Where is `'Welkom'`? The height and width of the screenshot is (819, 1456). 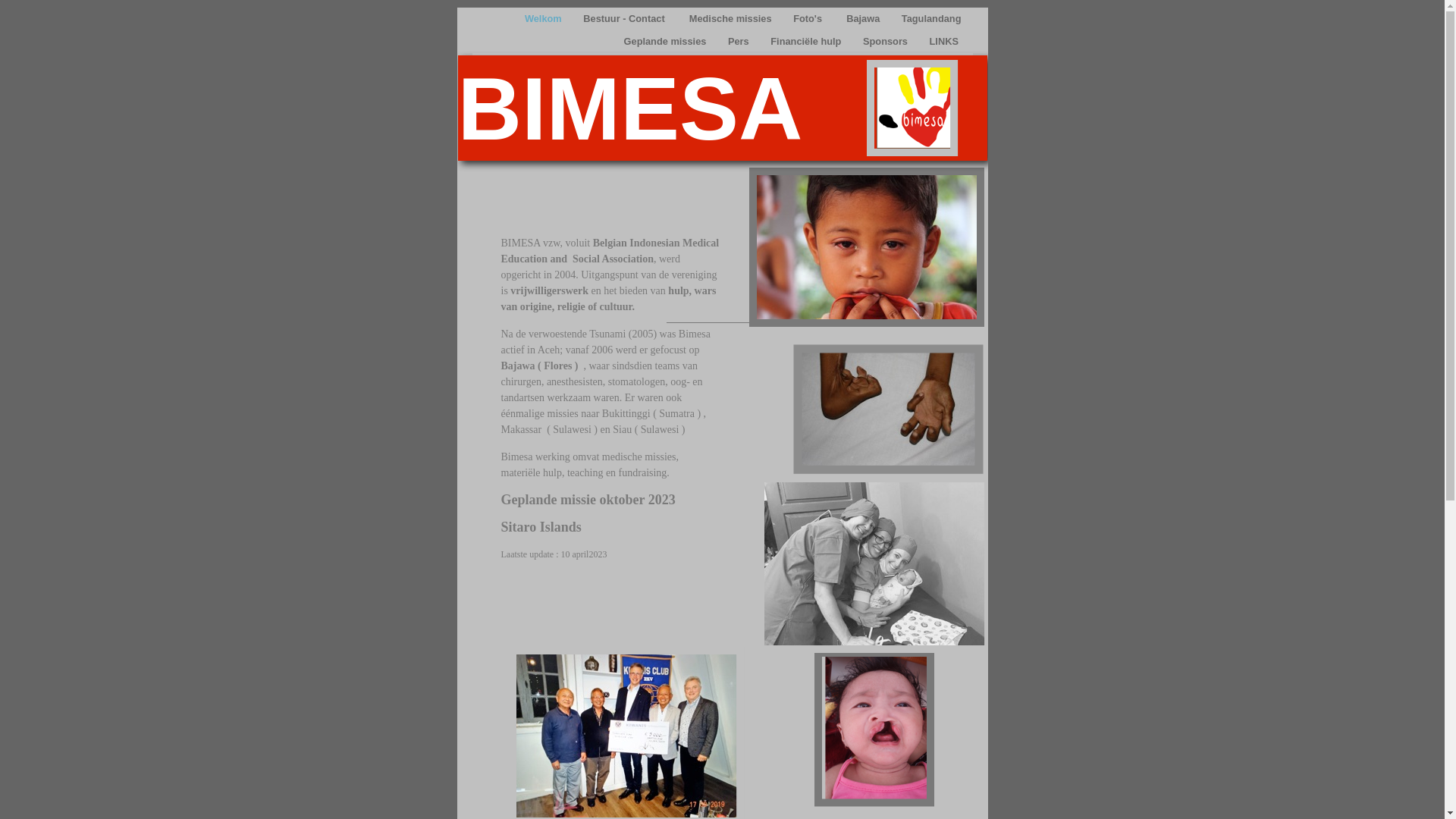
'Welkom' is located at coordinates (544, 18).